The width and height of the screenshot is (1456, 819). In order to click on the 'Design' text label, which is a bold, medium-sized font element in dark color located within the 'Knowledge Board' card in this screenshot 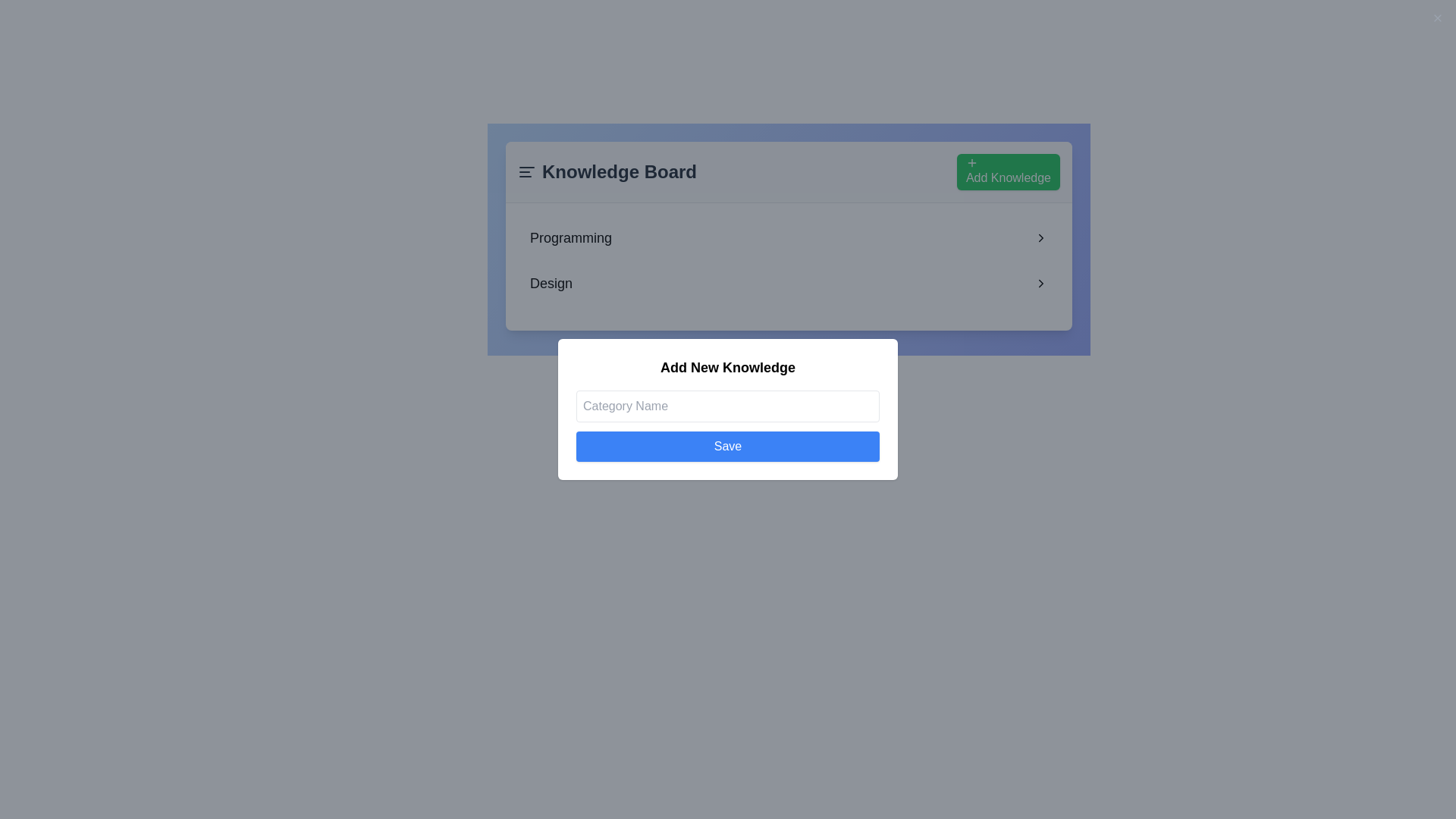, I will do `click(551, 284)`.